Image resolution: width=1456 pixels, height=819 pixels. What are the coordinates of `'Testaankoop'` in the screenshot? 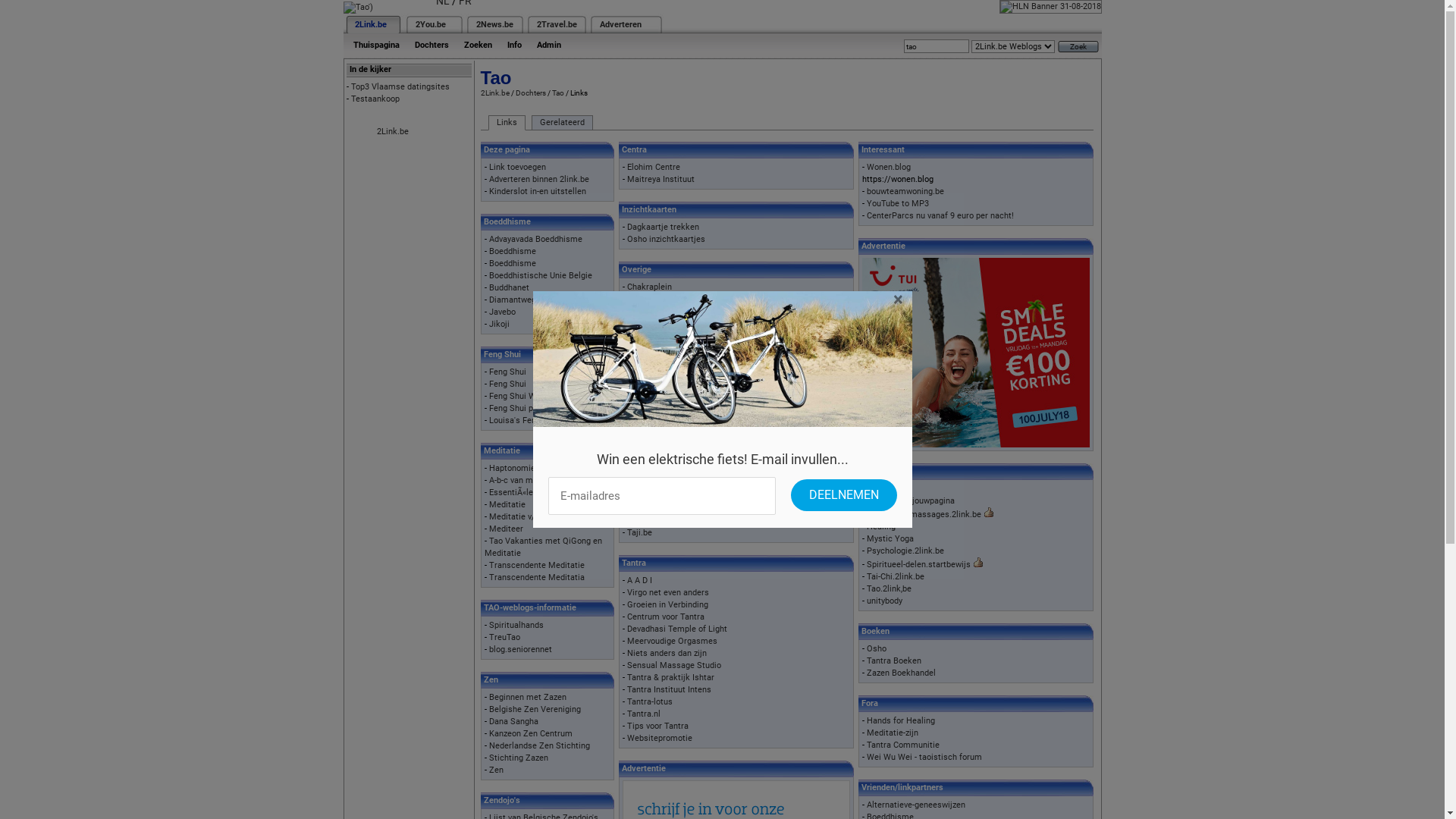 It's located at (375, 99).